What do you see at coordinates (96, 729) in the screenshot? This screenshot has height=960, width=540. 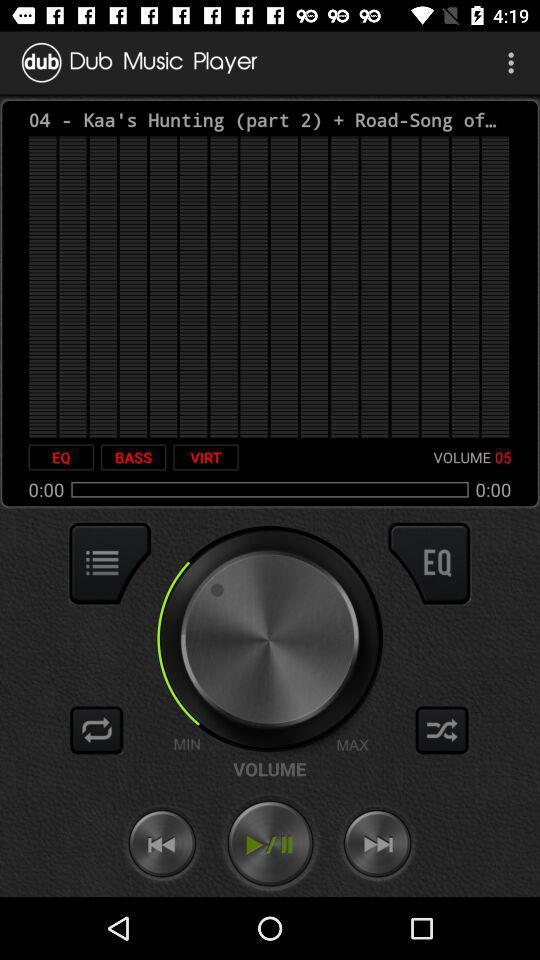 I see `repeat` at bounding box center [96, 729].